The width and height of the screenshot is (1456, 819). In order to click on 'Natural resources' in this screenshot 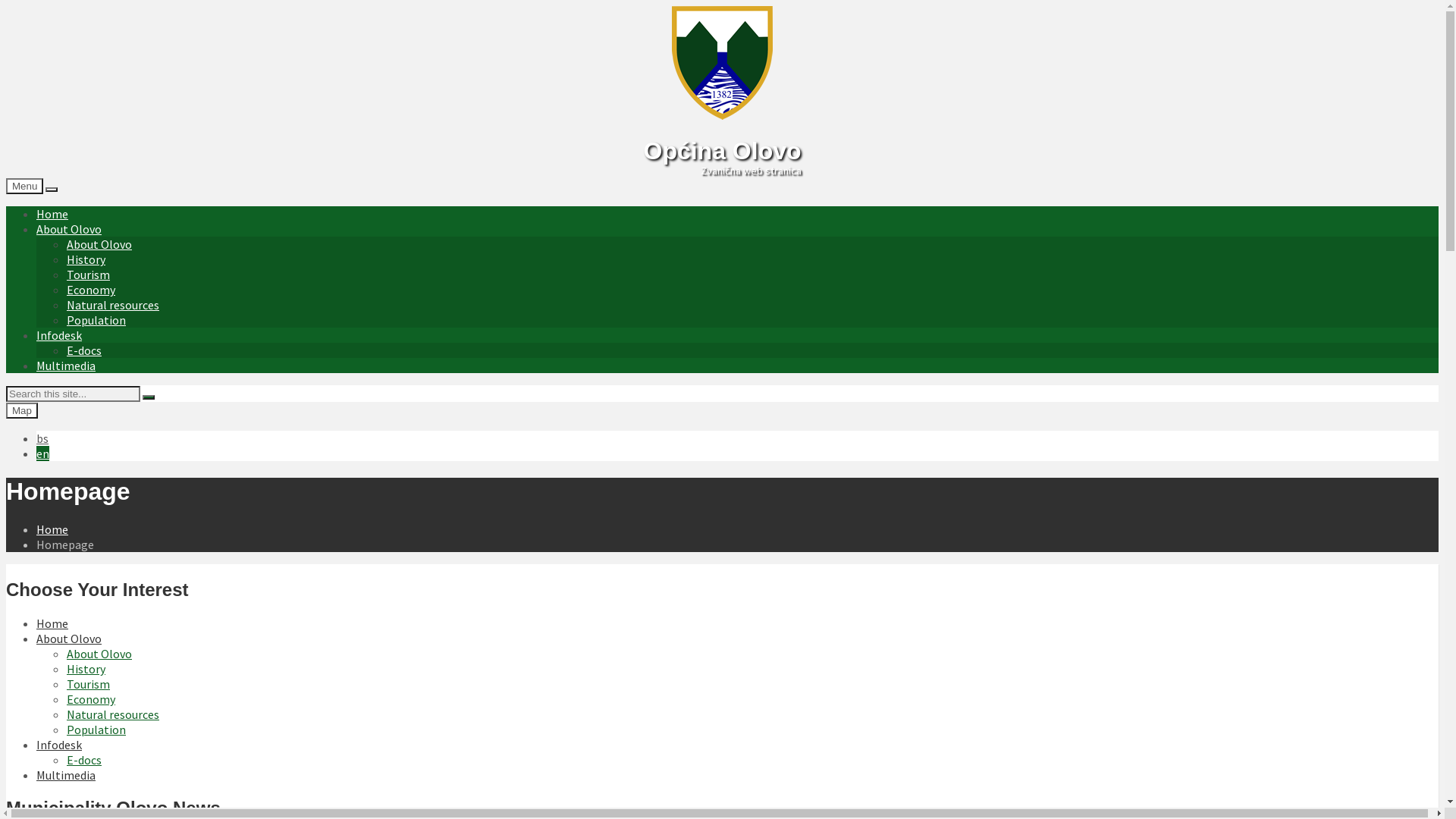, I will do `click(111, 304)`.